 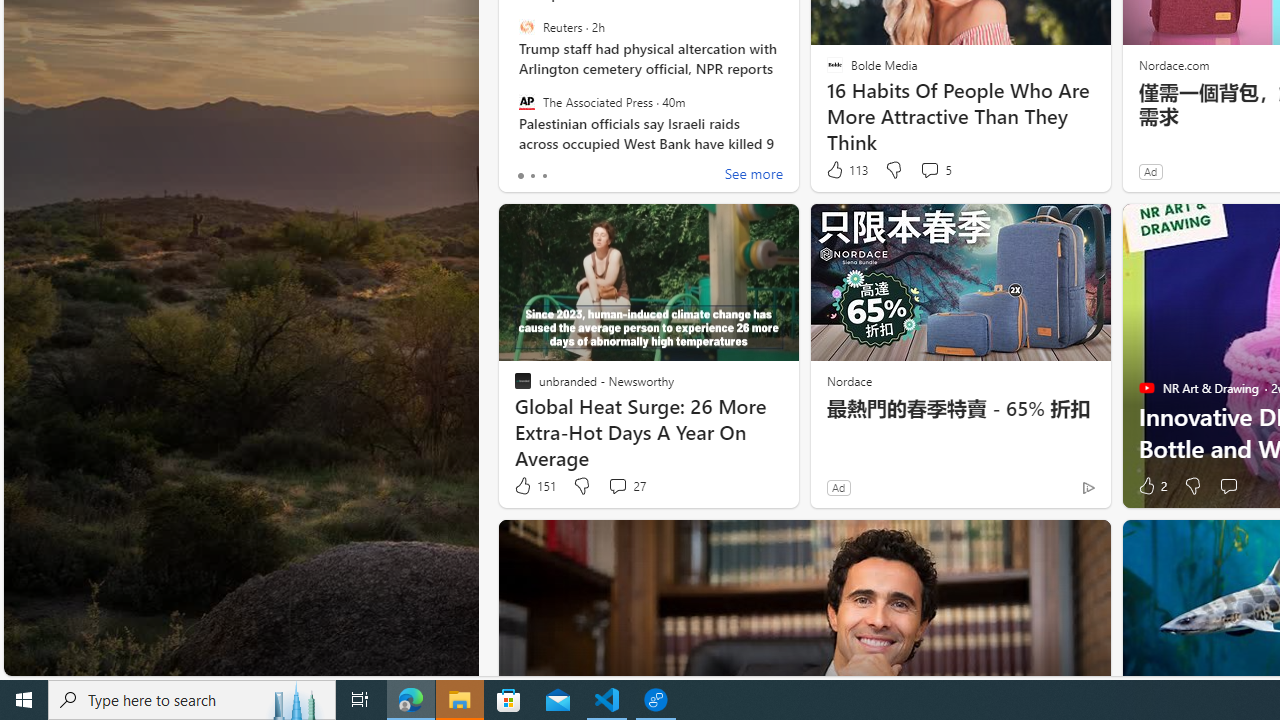 What do you see at coordinates (846, 169) in the screenshot?
I see `'113 Like'` at bounding box center [846, 169].